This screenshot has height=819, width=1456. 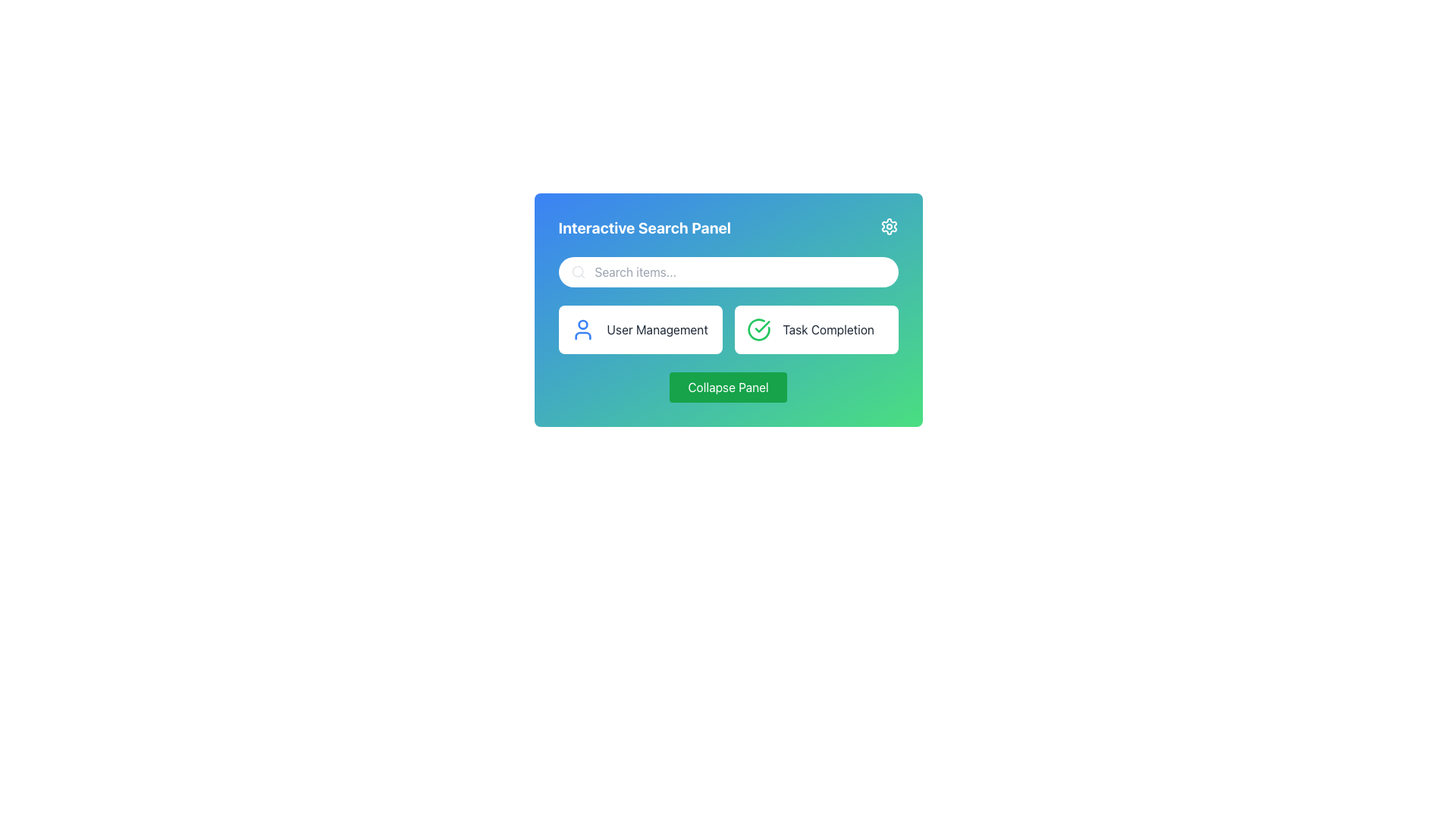 What do you see at coordinates (758, 328) in the screenshot?
I see `the green circular indicator part of the checkmark within the second button from the left in the 'Task Completion' section` at bounding box center [758, 328].